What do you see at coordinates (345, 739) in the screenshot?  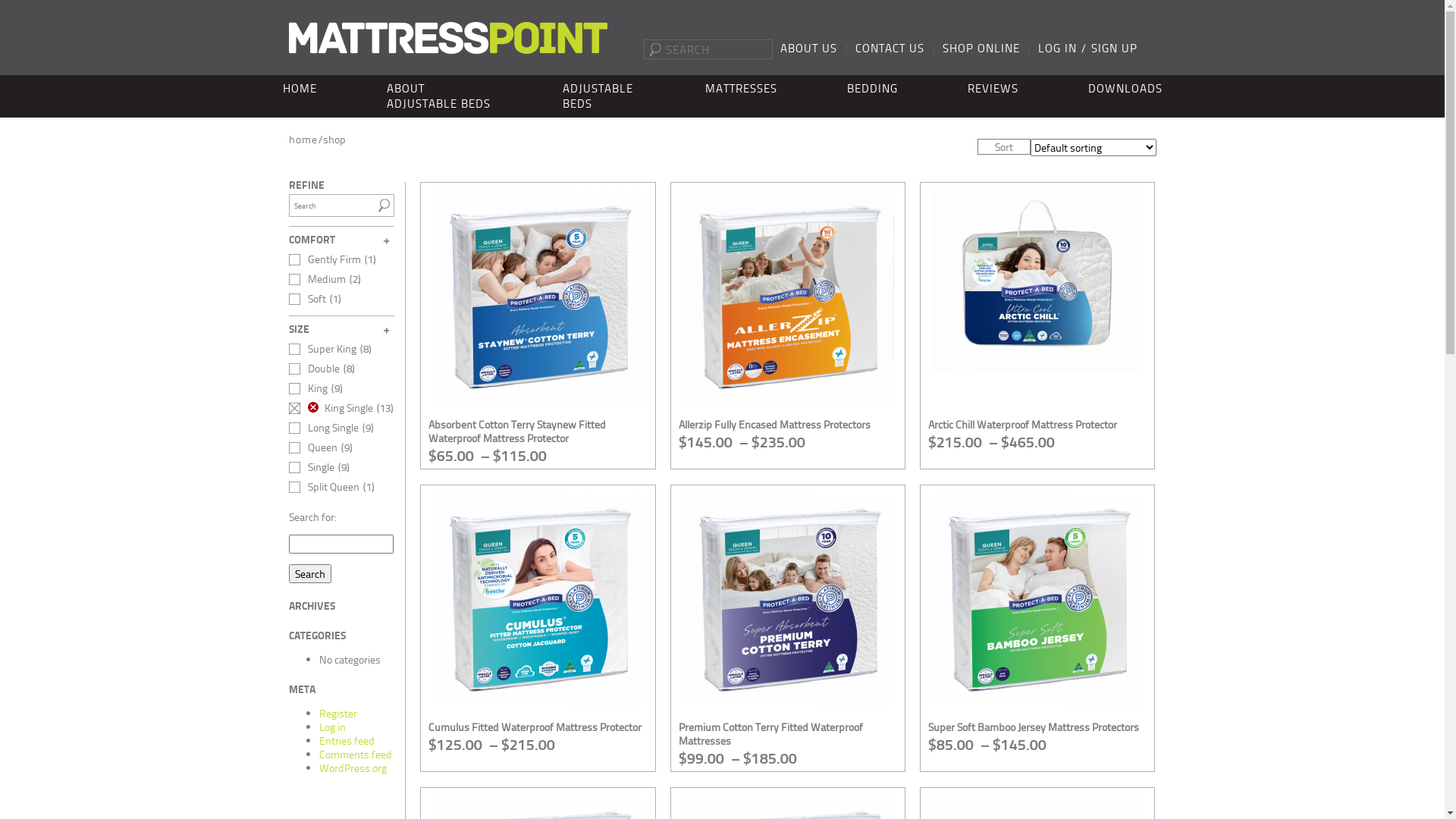 I see `'Entries feed'` at bounding box center [345, 739].